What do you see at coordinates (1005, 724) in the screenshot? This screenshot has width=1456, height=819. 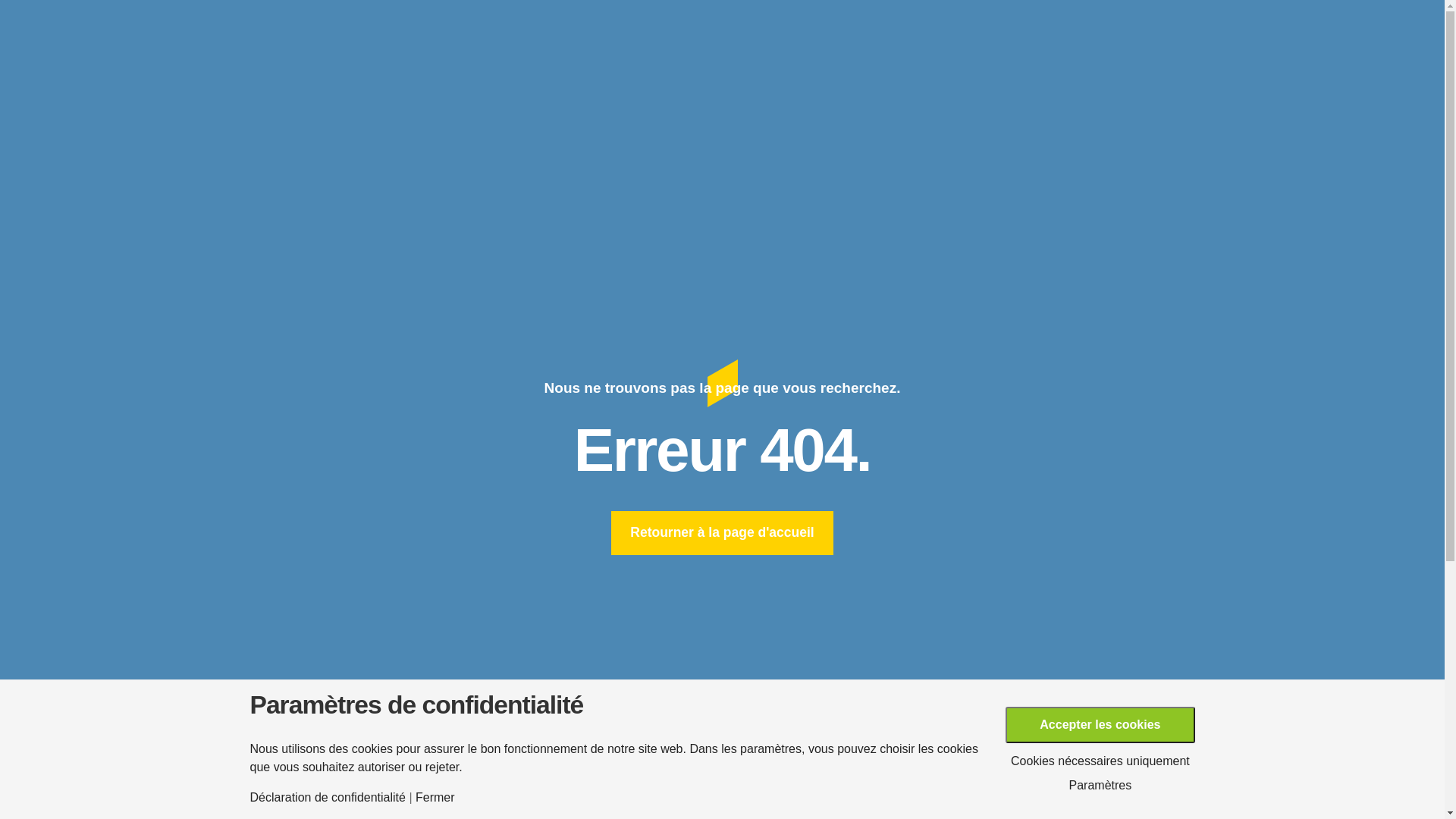 I see `'Accepter les cookies'` at bounding box center [1005, 724].